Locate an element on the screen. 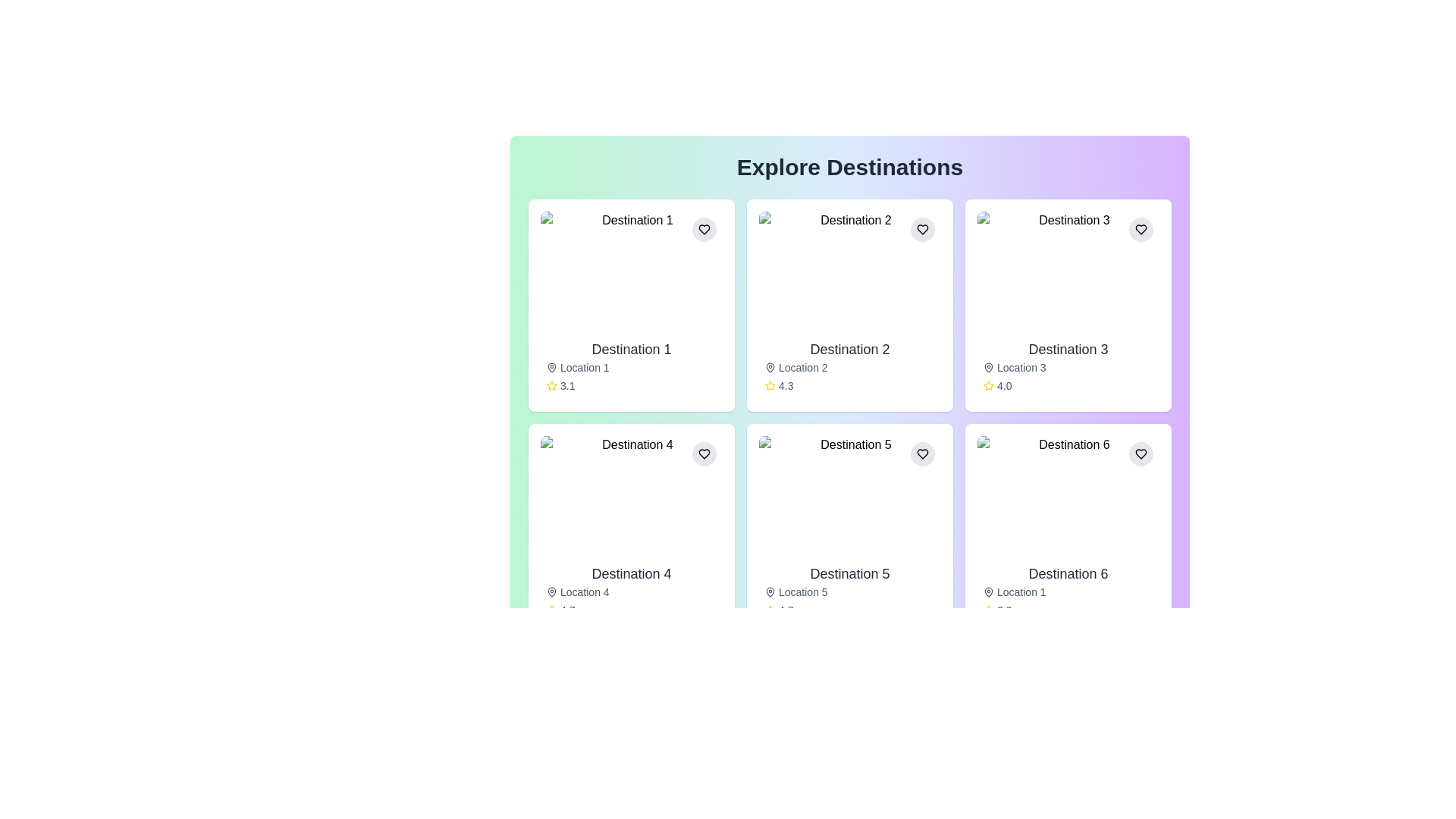 This screenshot has height=819, width=1456. the yellow star icon representing the rating for 'Destination 3' is located at coordinates (989, 384).